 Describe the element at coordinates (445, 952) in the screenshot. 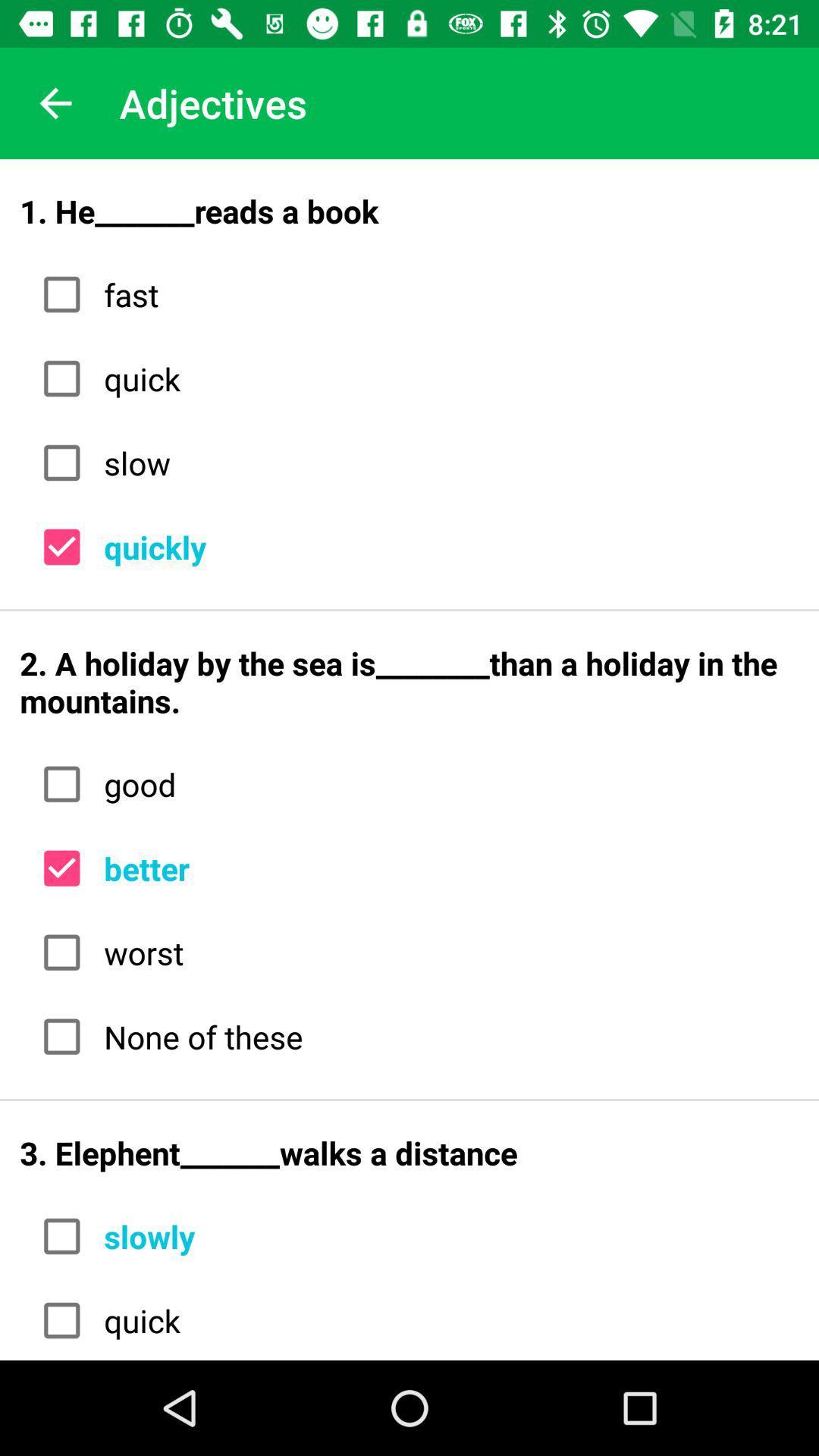

I see `the worst` at that location.